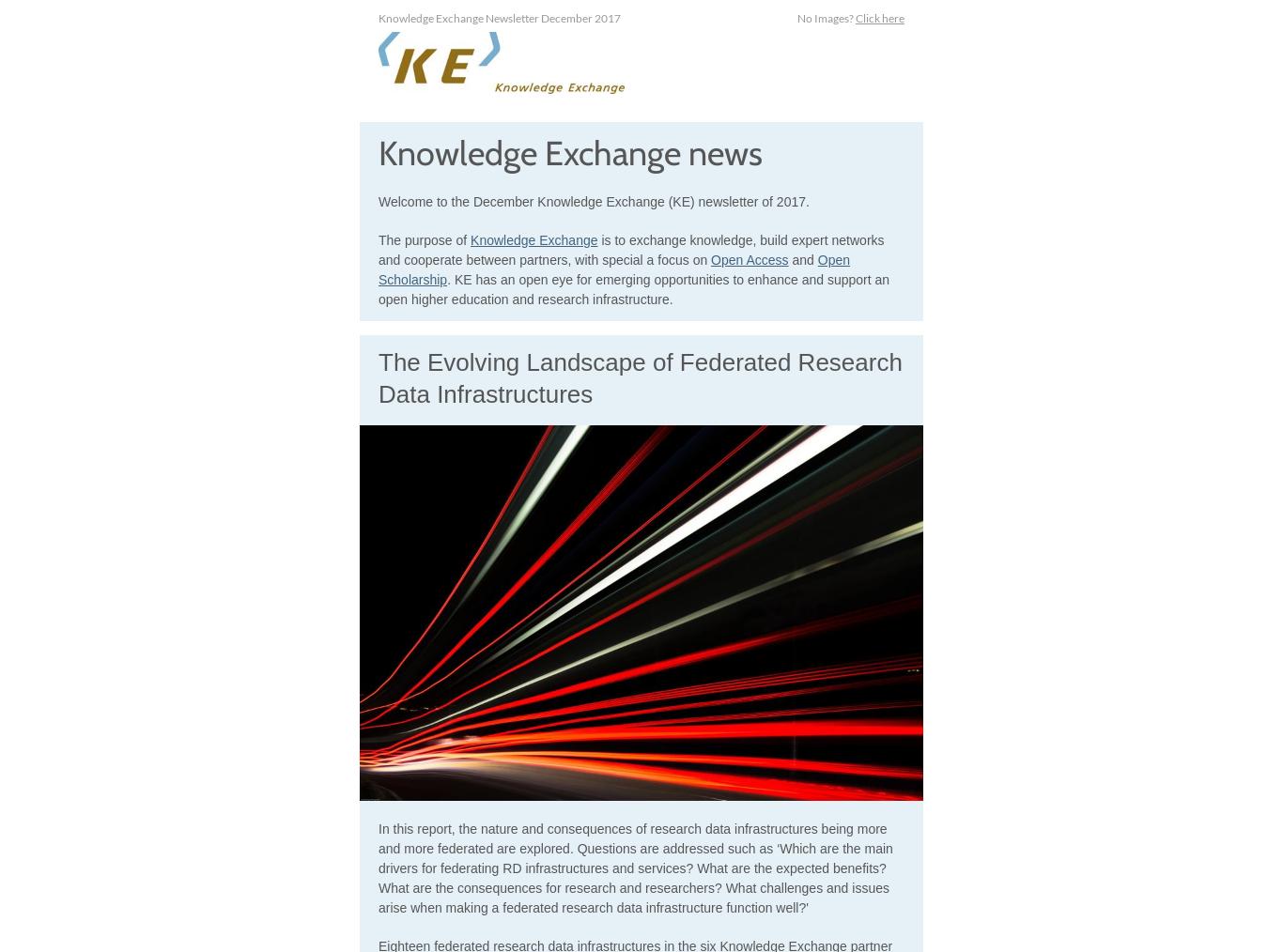  Describe the element at coordinates (613, 269) in the screenshot. I see `'Open 
Scholarship'` at that location.